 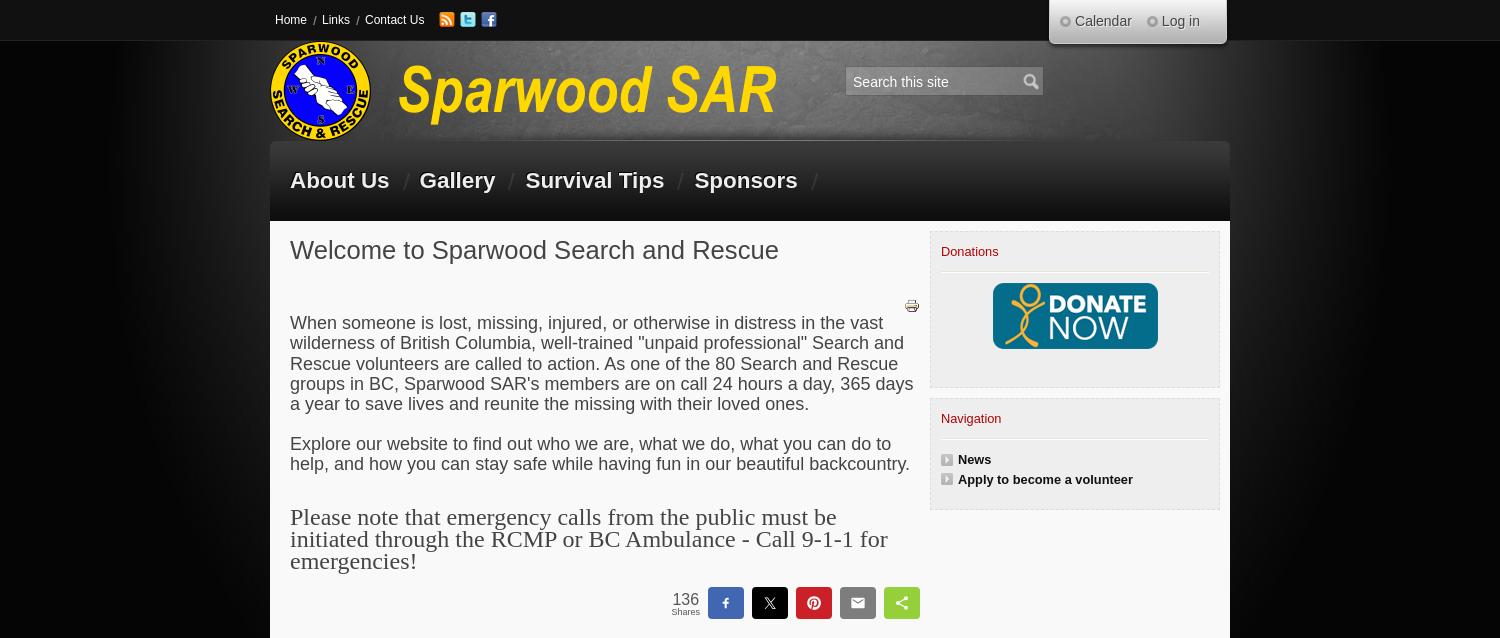 What do you see at coordinates (600, 363) in the screenshot?
I see `'When someone is lost, missing, injured, or otherwise in distress in the vast wilderness of British Columbia, well-trained "unpaid professional" Search and Rescue volunteers are called to action. As one of the 80 Search and Rescue groups in BC, Sparwood SAR's members are on call 24 hours a day, 365 days a year to save lives and reunite the missing with their loved ones.'` at bounding box center [600, 363].